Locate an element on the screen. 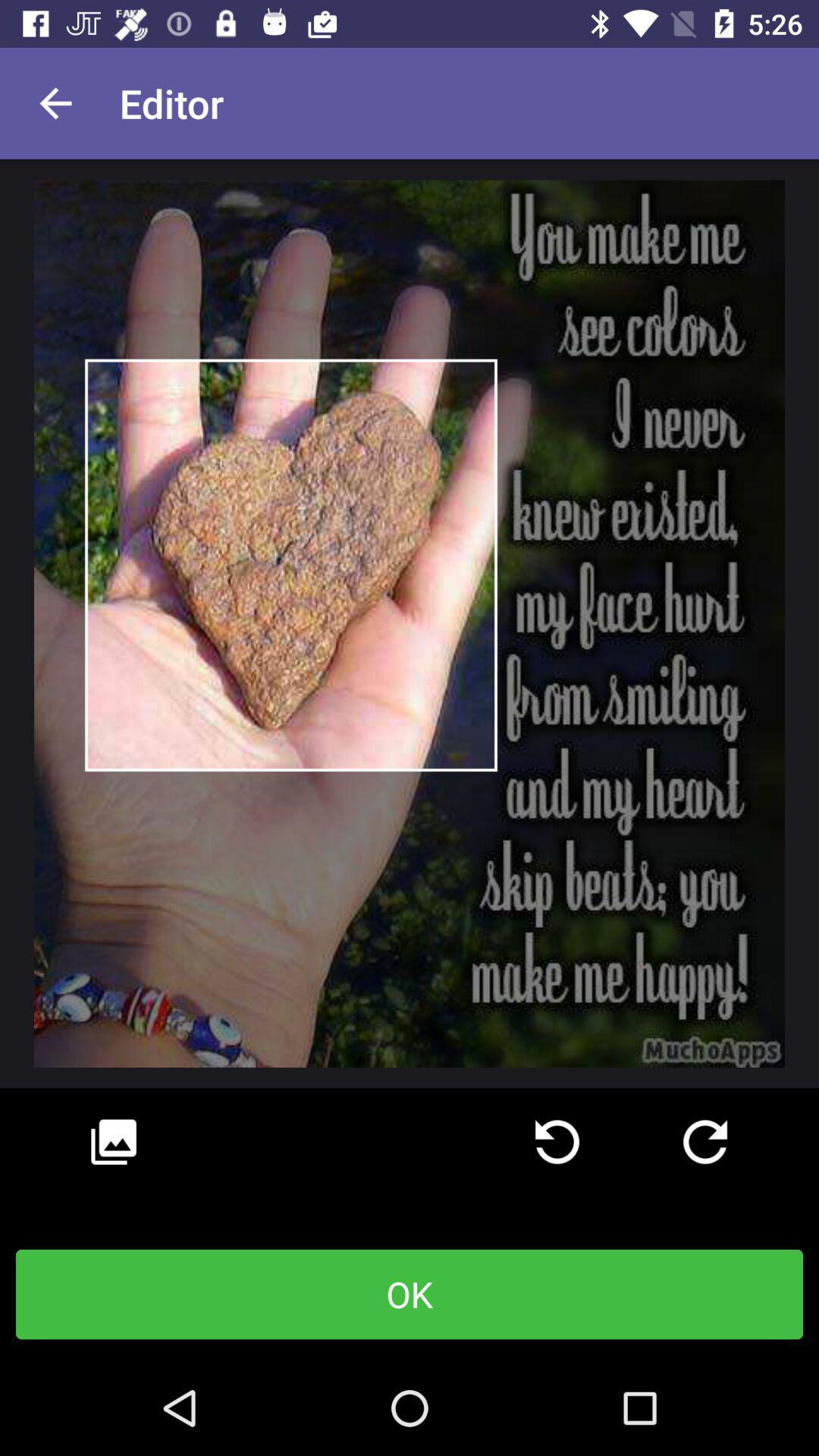  refresh is located at coordinates (557, 1142).